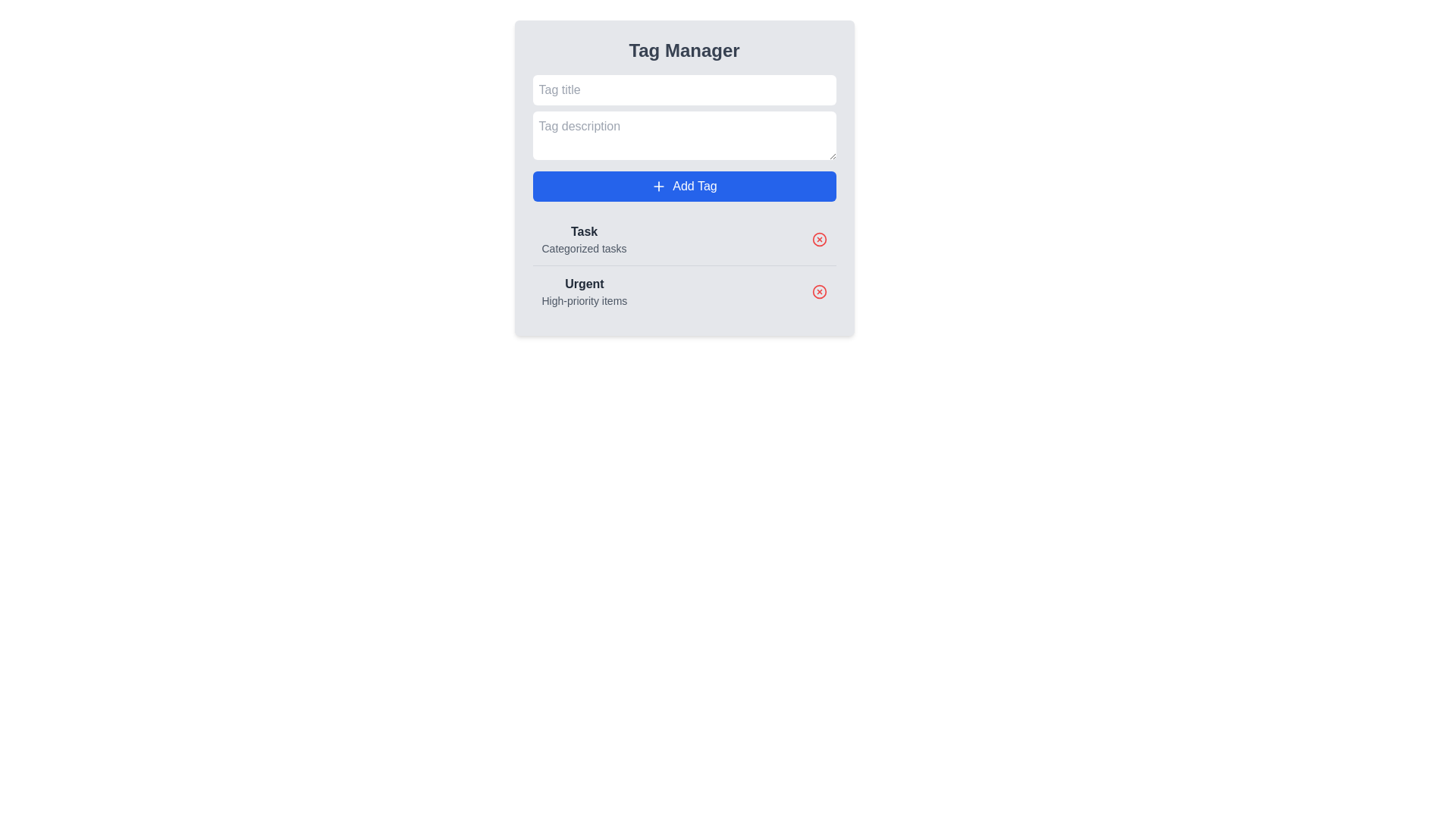 The width and height of the screenshot is (1456, 819). What do you see at coordinates (683, 186) in the screenshot?
I see `the submit button located beneath the 'Tag title' and 'Tag description' input fields` at bounding box center [683, 186].